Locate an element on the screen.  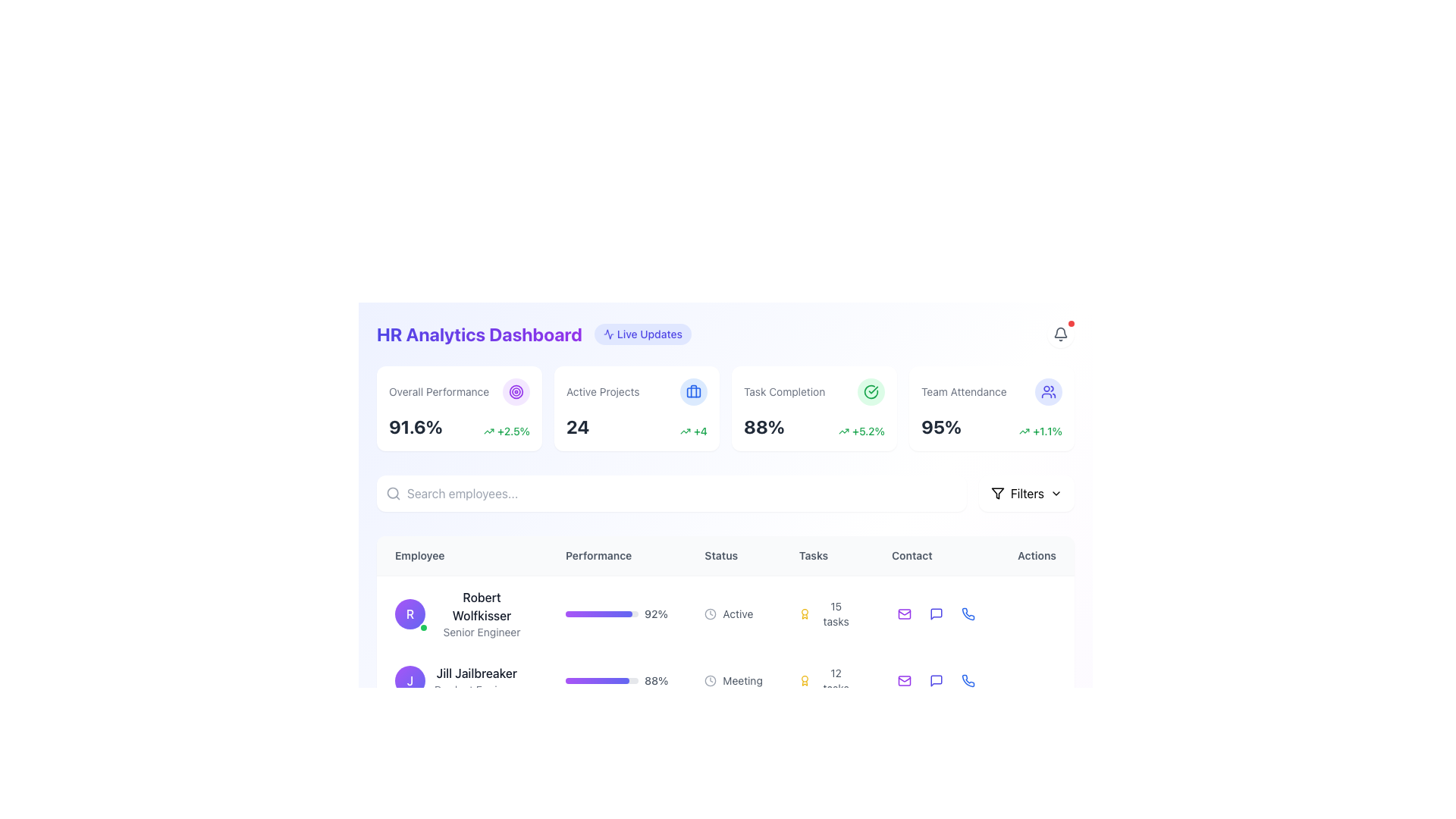
the triangular filter funnel icon located to the left of the 'Filters' dropdown arrow in the main dashboard interface is located at coordinates (997, 494).